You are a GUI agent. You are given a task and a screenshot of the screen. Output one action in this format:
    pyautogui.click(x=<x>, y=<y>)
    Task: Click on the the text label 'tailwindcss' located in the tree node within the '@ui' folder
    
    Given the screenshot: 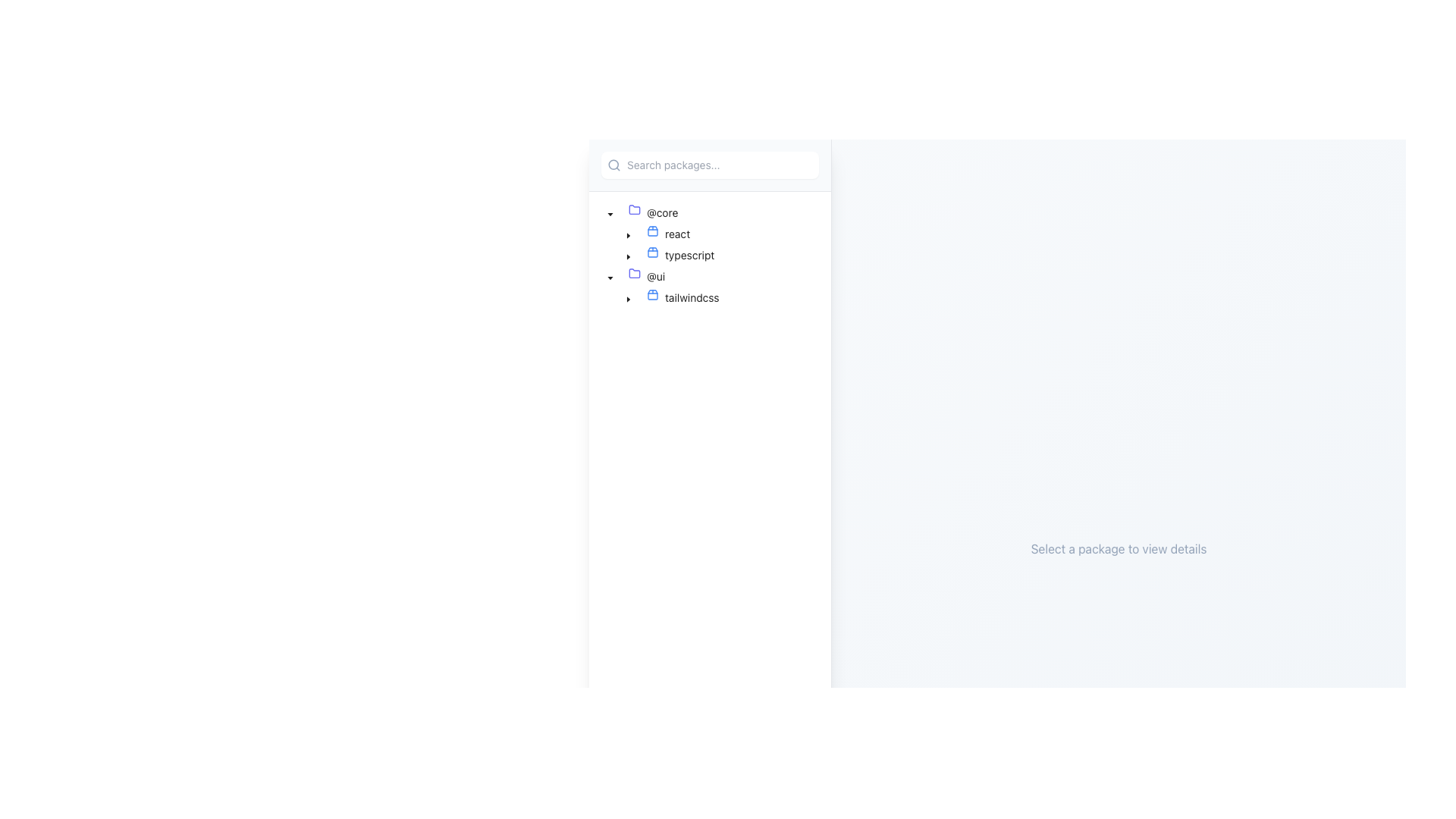 What is the action you would take?
    pyautogui.click(x=691, y=297)
    